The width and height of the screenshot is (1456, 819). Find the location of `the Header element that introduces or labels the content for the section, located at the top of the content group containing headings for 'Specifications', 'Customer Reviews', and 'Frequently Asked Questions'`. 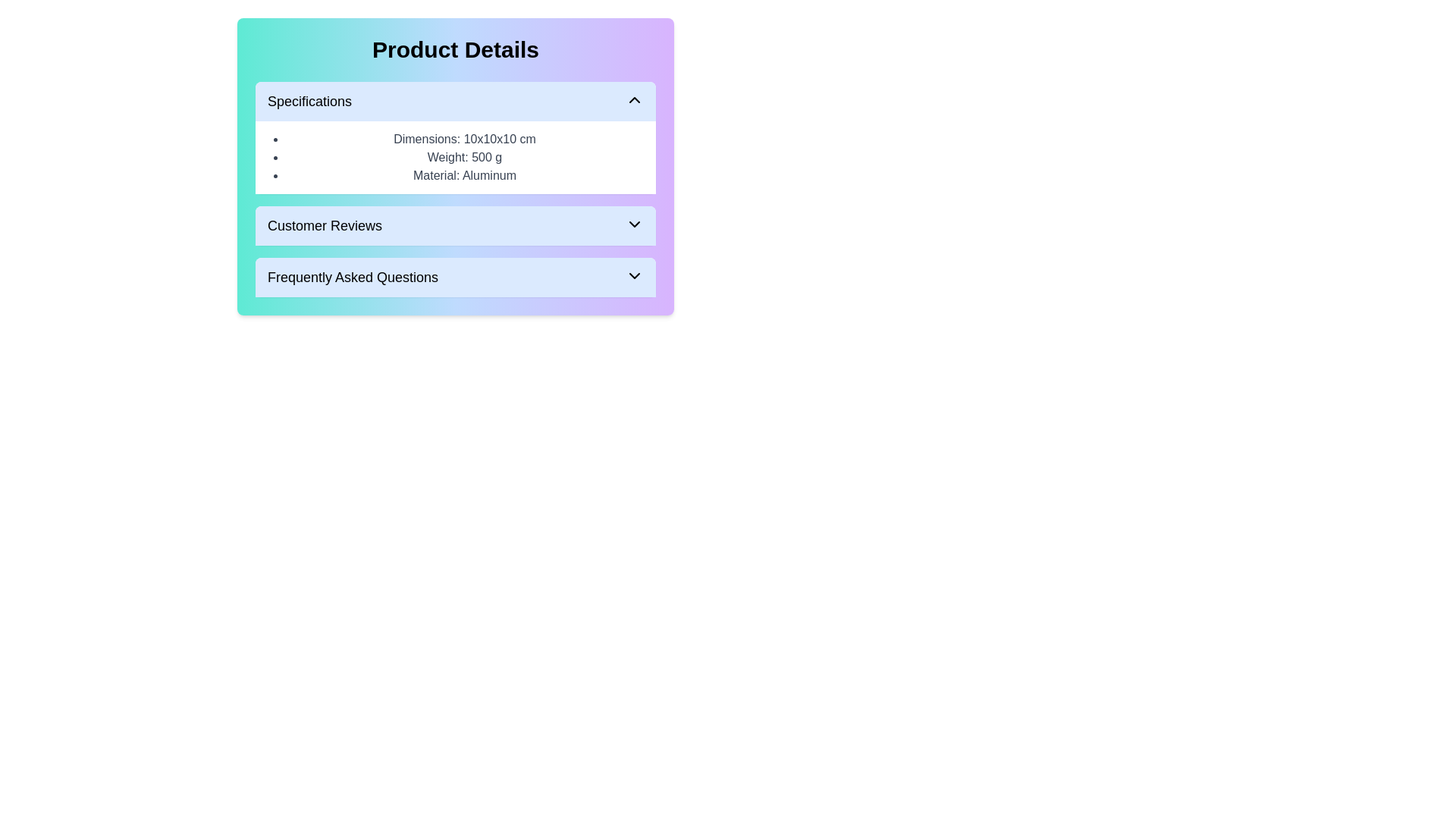

the Header element that introduces or labels the content for the section, located at the top of the content group containing headings for 'Specifications', 'Customer Reviews', and 'Frequently Asked Questions' is located at coordinates (454, 49).